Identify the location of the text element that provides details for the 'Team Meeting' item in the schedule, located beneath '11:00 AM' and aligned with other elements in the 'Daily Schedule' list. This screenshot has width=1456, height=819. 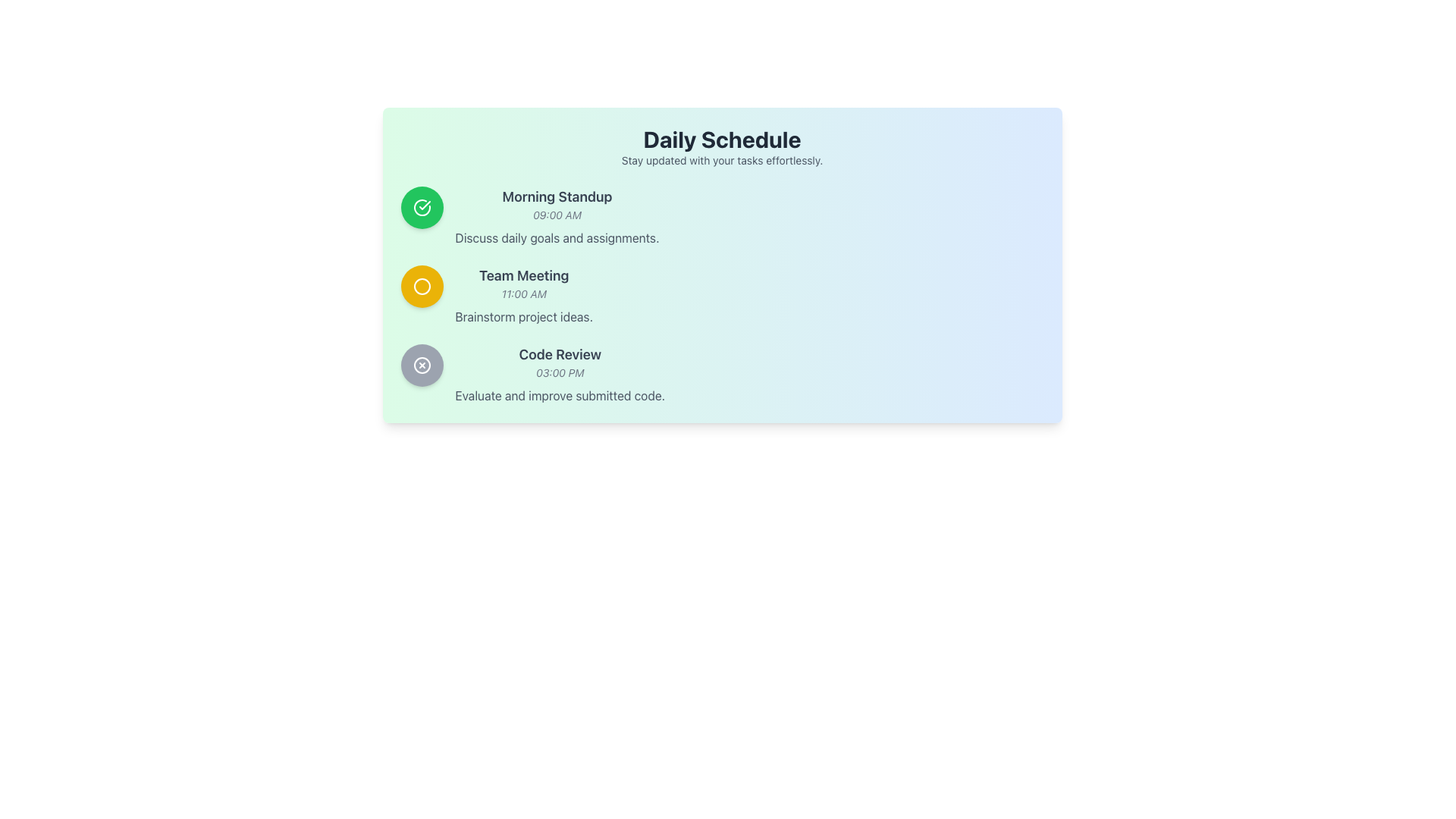
(524, 315).